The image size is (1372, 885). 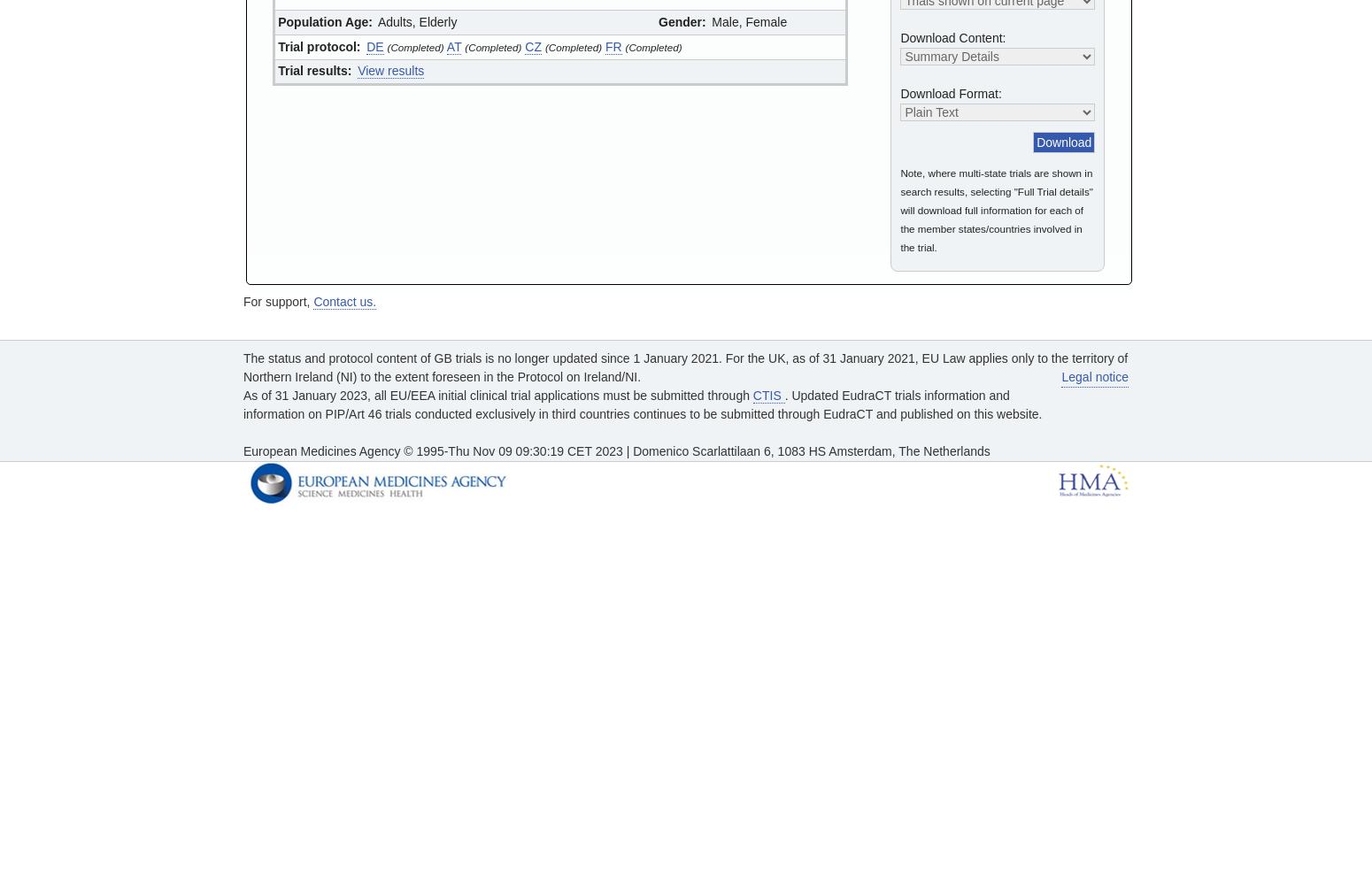 What do you see at coordinates (318, 46) in the screenshot?
I see `'Trial protocol:'` at bounding box center [318, 46].